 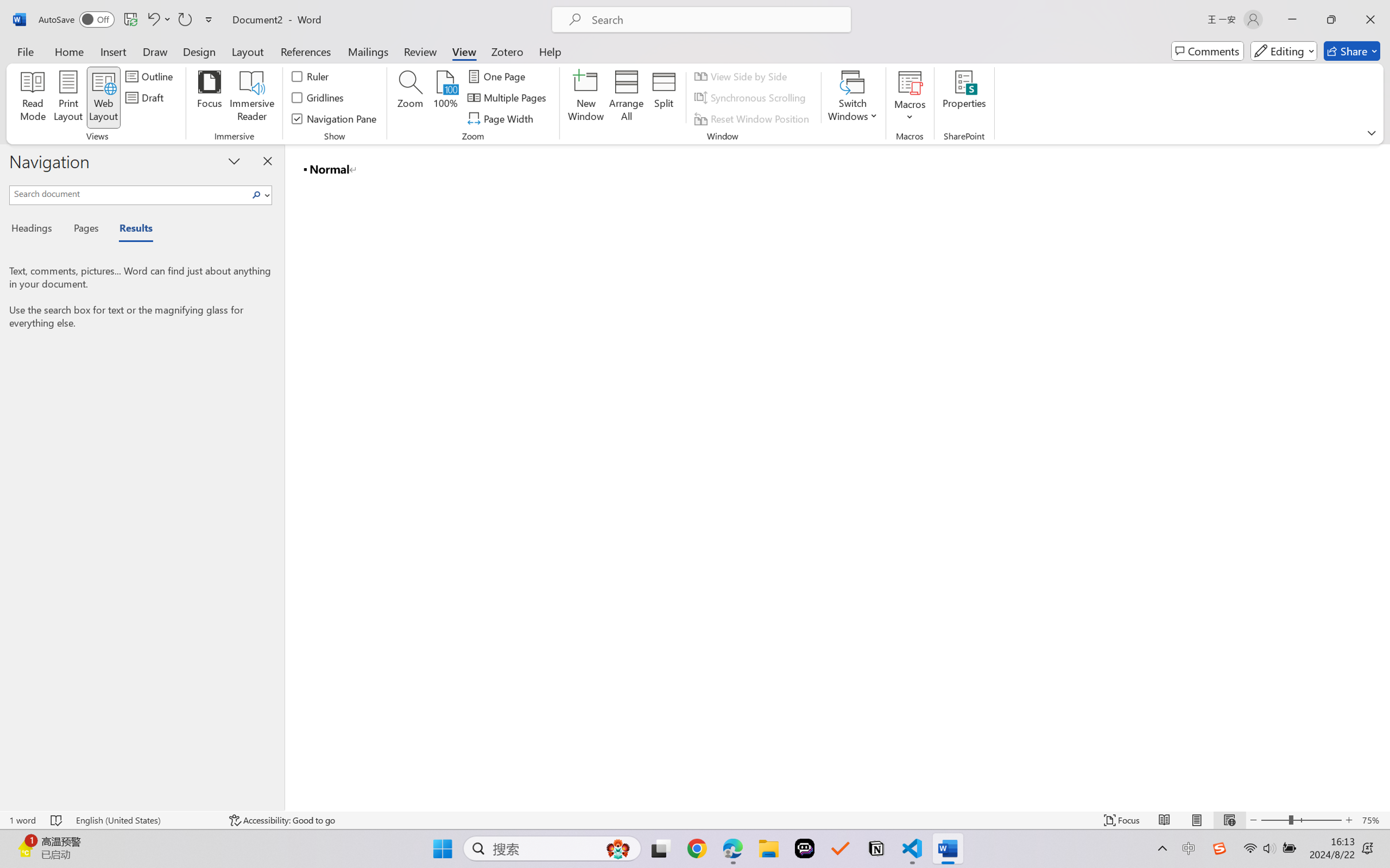 What do you see at coordinates (716, 19) in the screenshot?
I see `'Microsoft search'` at bounding box center [716, 19].